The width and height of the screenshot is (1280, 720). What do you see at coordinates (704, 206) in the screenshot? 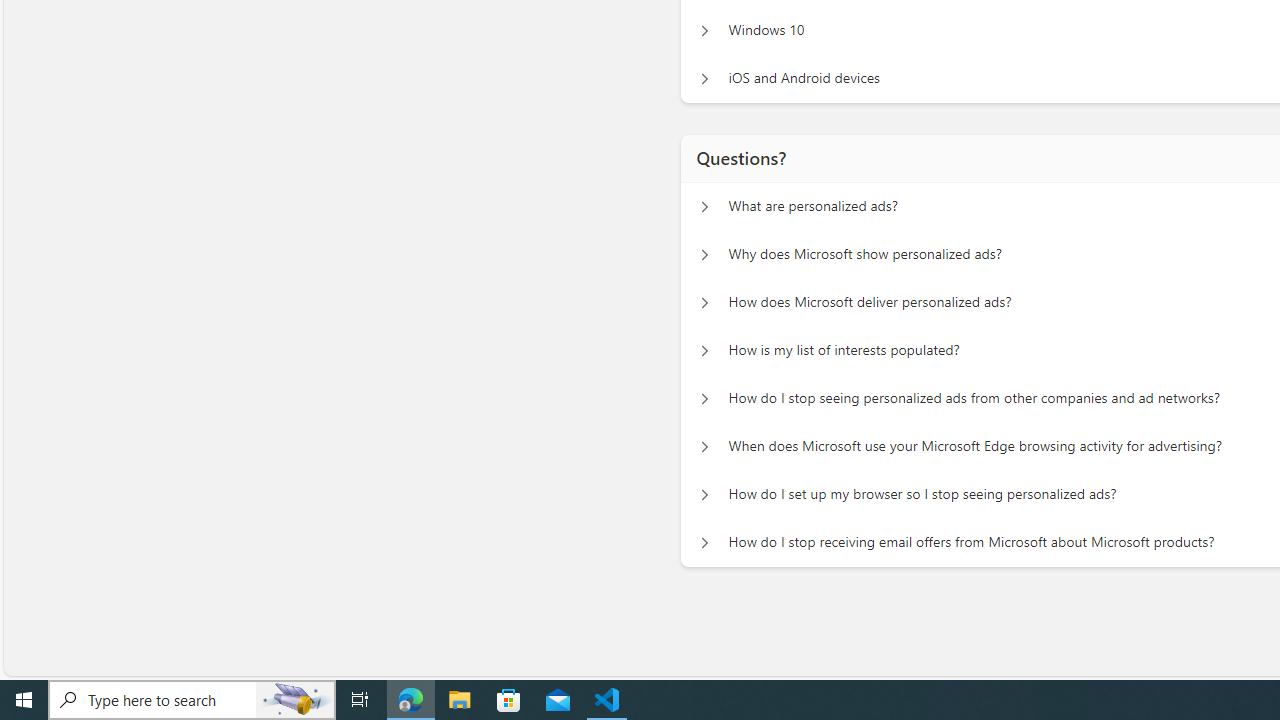
I see `'Questions? What are personalized ads?'` at bounding box center [704, 206].